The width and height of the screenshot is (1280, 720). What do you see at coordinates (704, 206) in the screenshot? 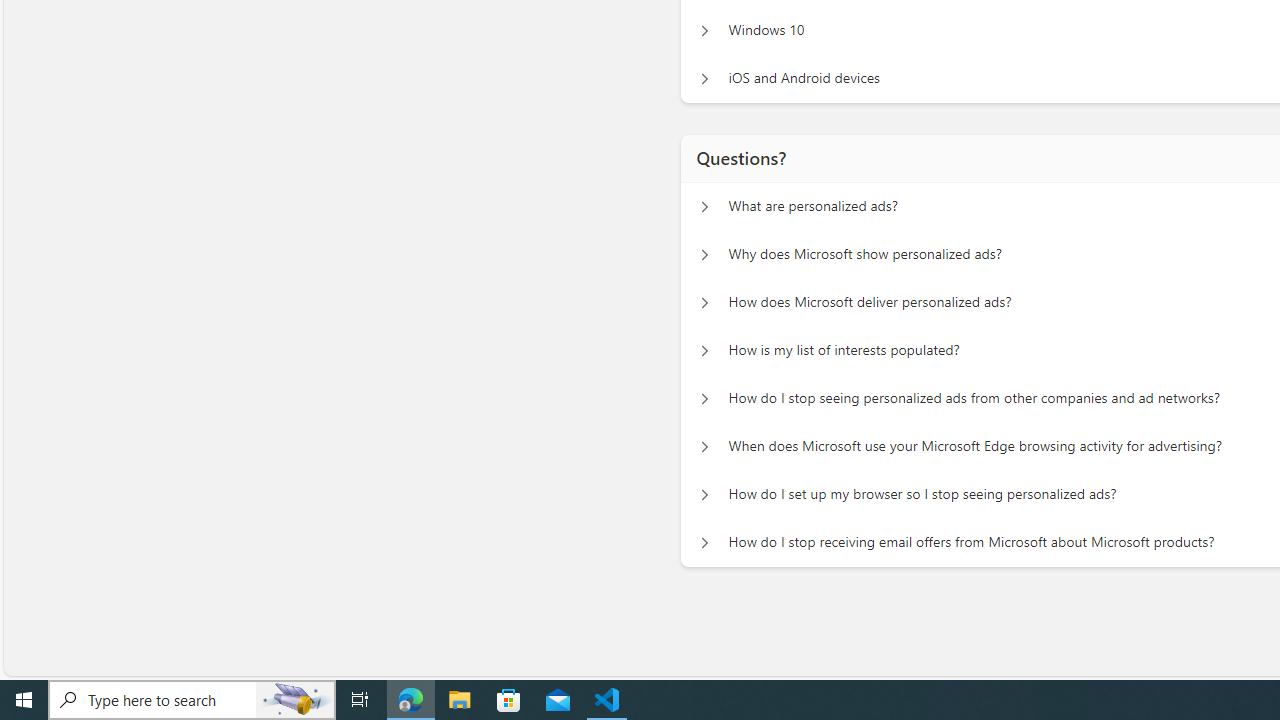
I see `'Questions? What are personalized ads?'` at bounding box center [704, 206].